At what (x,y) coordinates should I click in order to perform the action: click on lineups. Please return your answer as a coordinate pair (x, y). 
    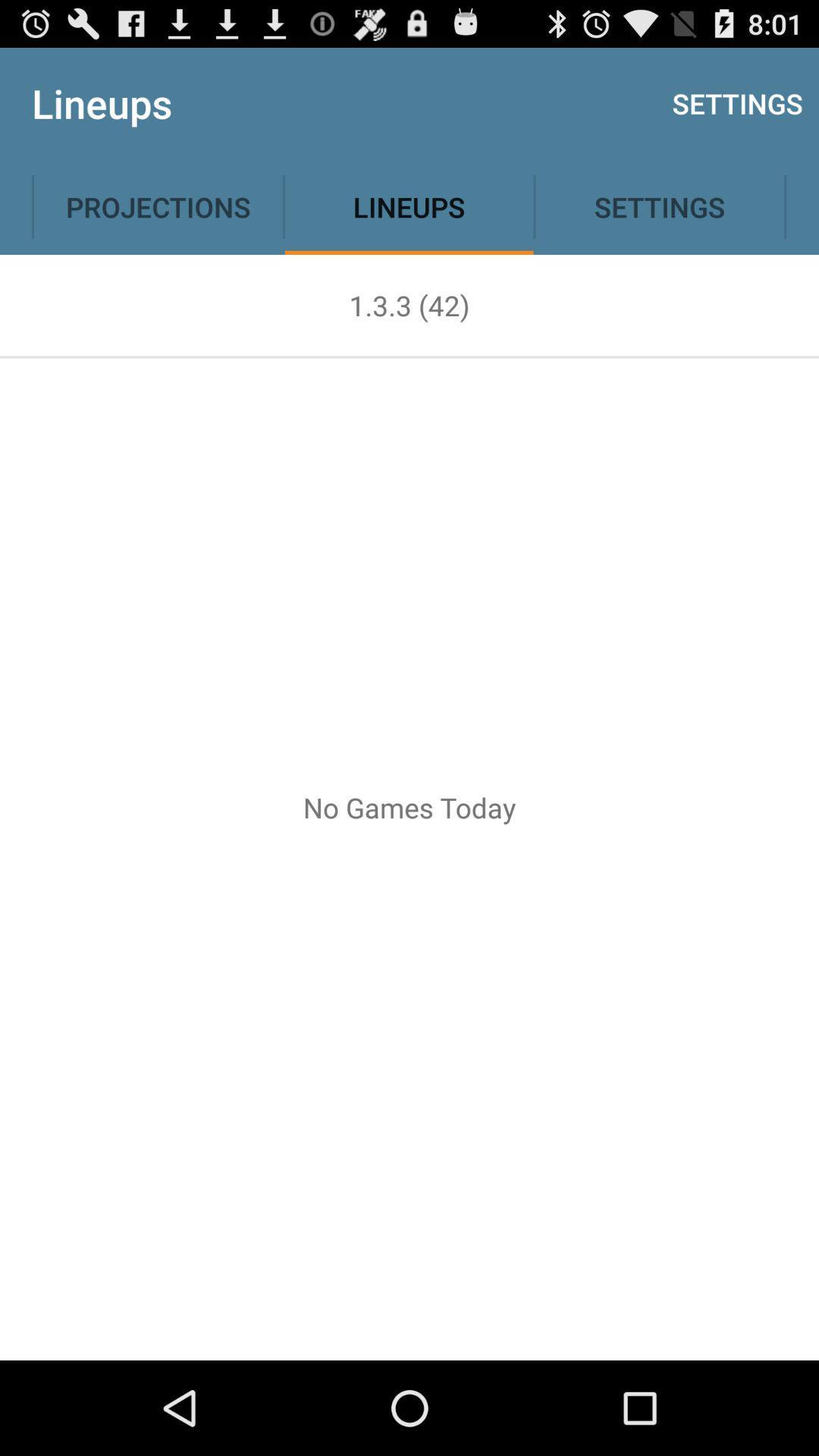
    Looking at the image, I should click on (409, 206).